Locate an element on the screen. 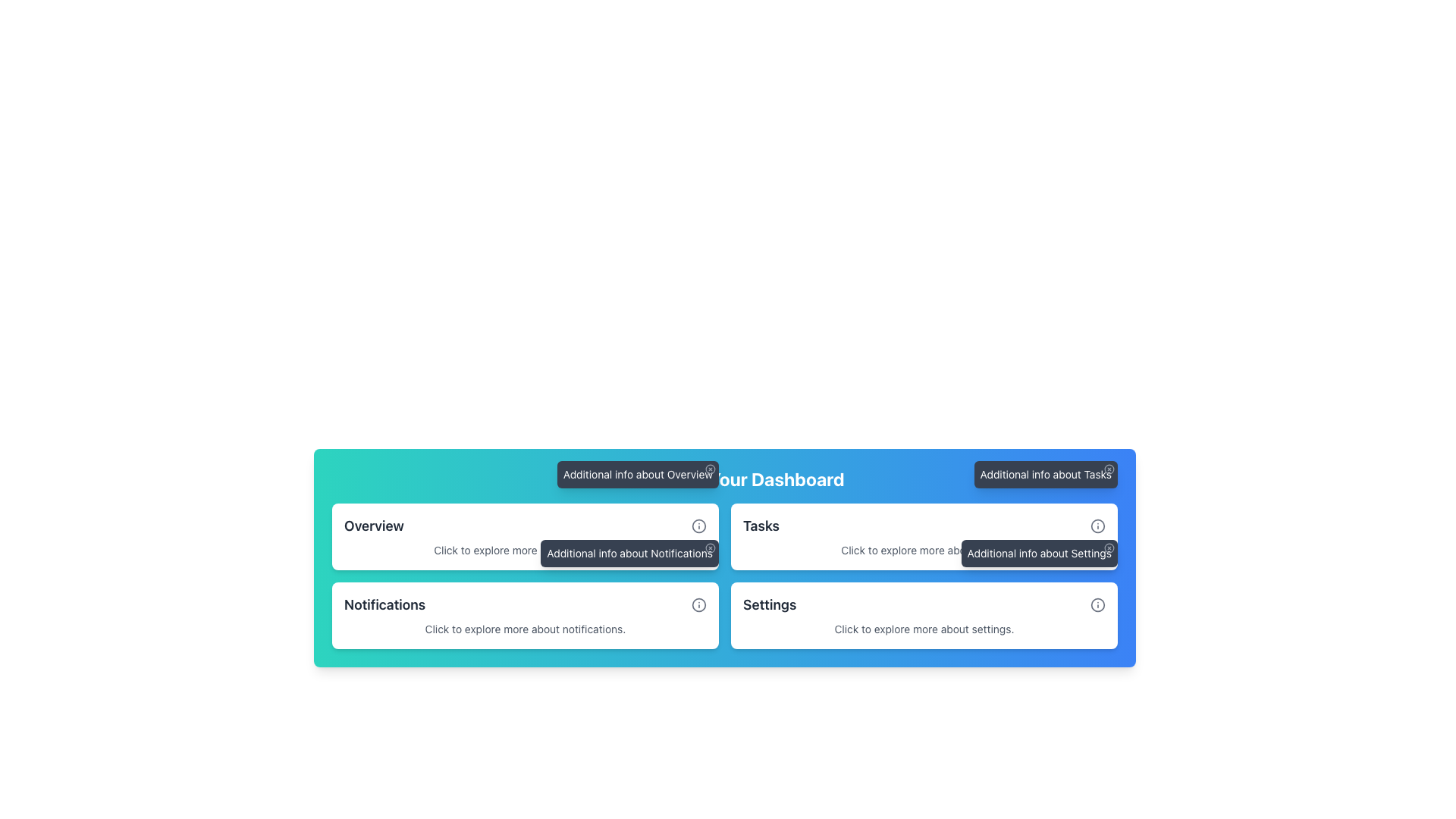 The image size is (1456, 819). the vector graphic component (circle) that is part of the icon in the top-right area of the 'Settings' card is located at coordinates (1098, 526).